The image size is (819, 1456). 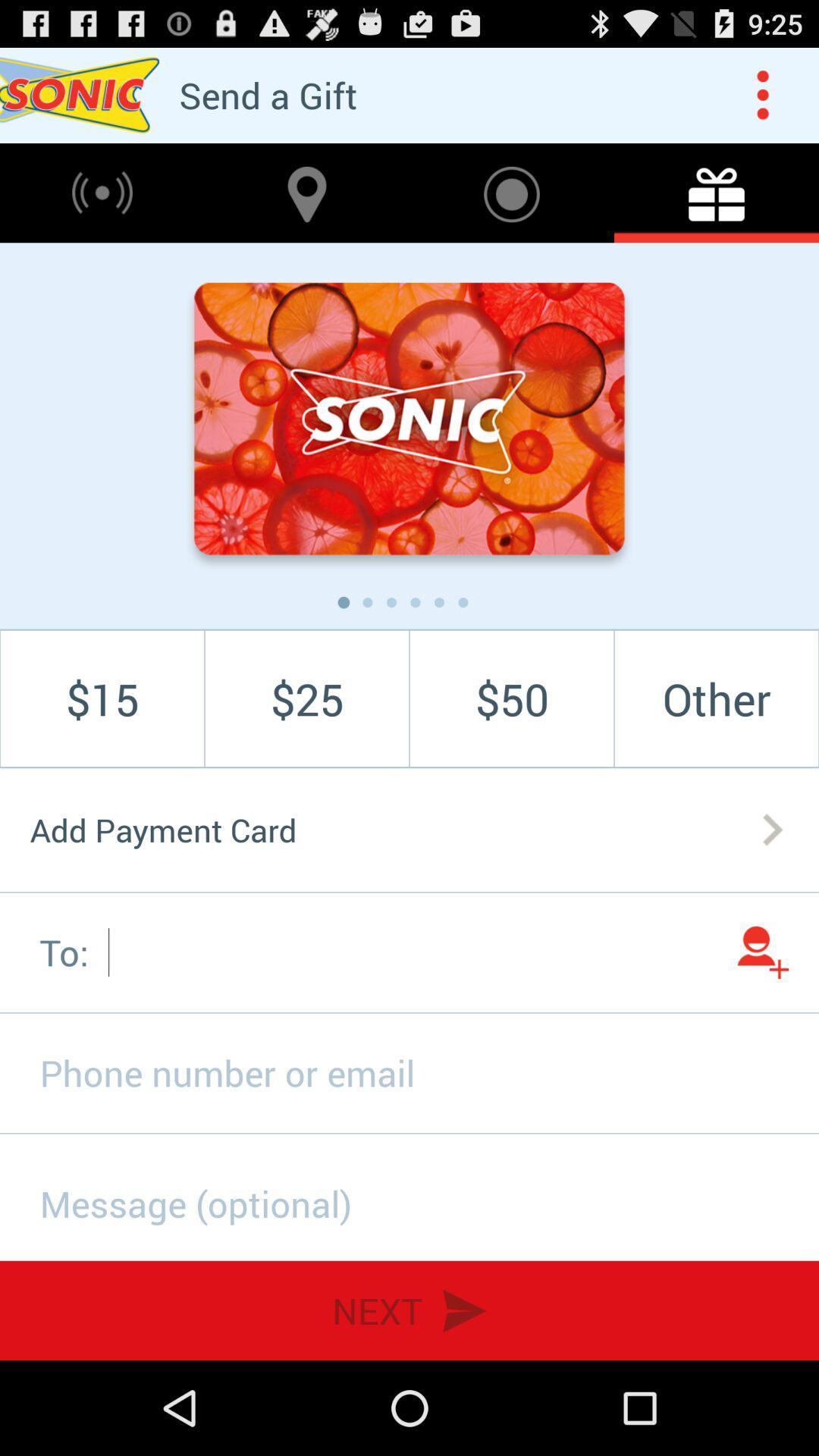 I want to click on the follow icon, so click(x=763, y=1019).